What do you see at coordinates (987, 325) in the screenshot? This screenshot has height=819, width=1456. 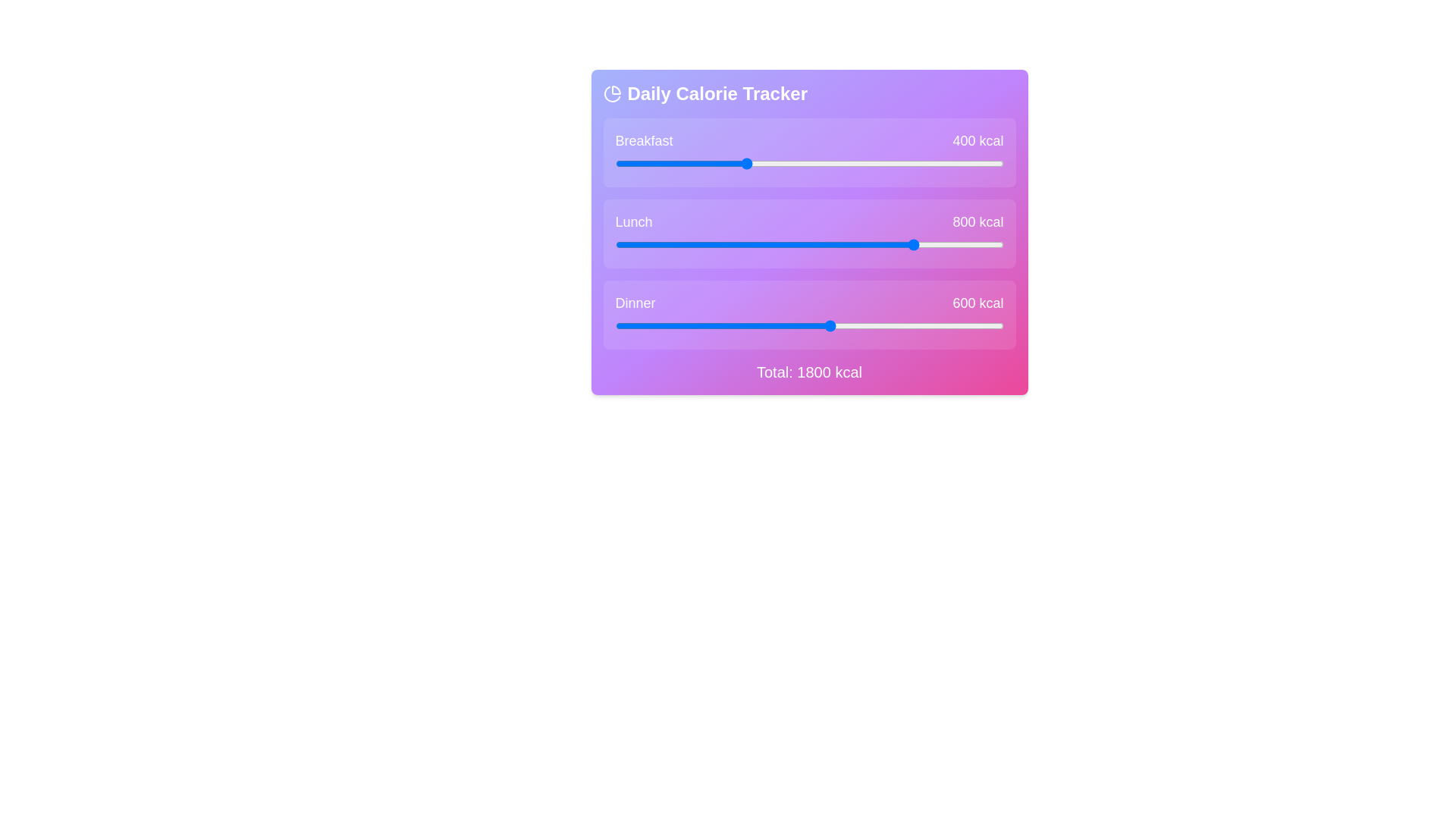 I see `the dinner calorie slider` at bounding box center [987, 325].